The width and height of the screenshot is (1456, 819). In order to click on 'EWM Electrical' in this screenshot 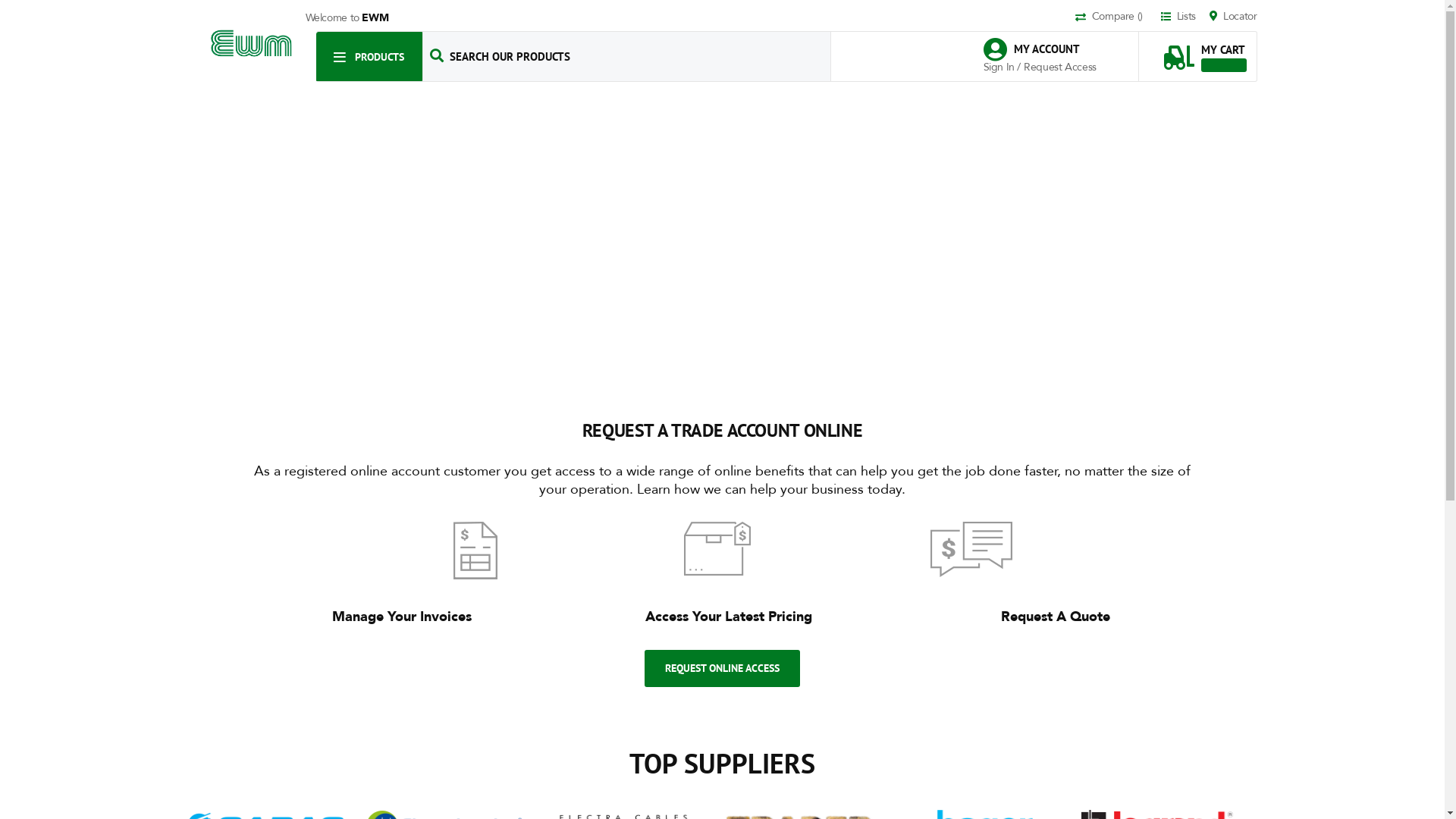, I will do `click(252, 42)`.